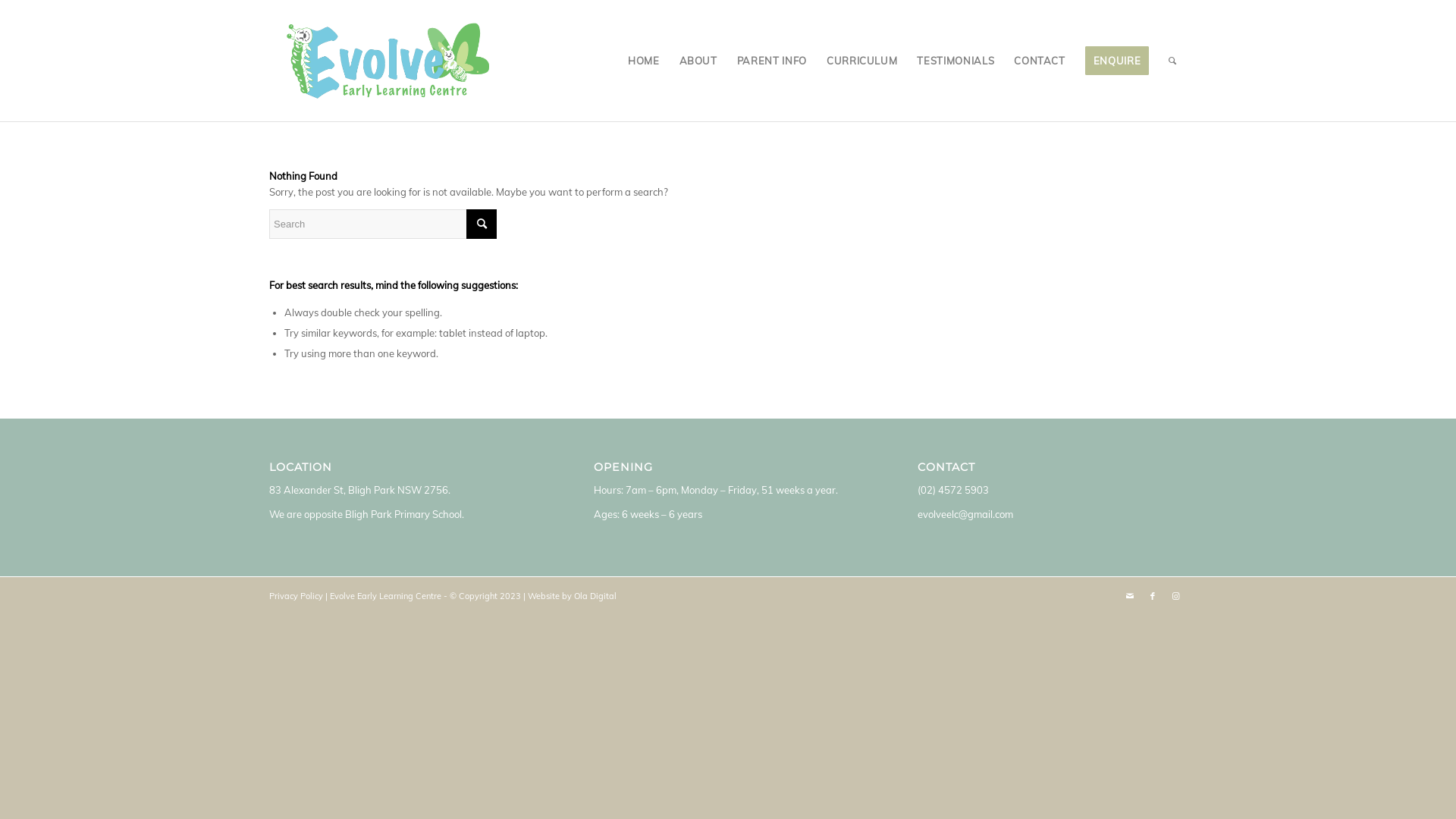 Image resolution: width=1456 pixels, height=819 pixels. I want to click on 'Instagram', so click(1175, 595).